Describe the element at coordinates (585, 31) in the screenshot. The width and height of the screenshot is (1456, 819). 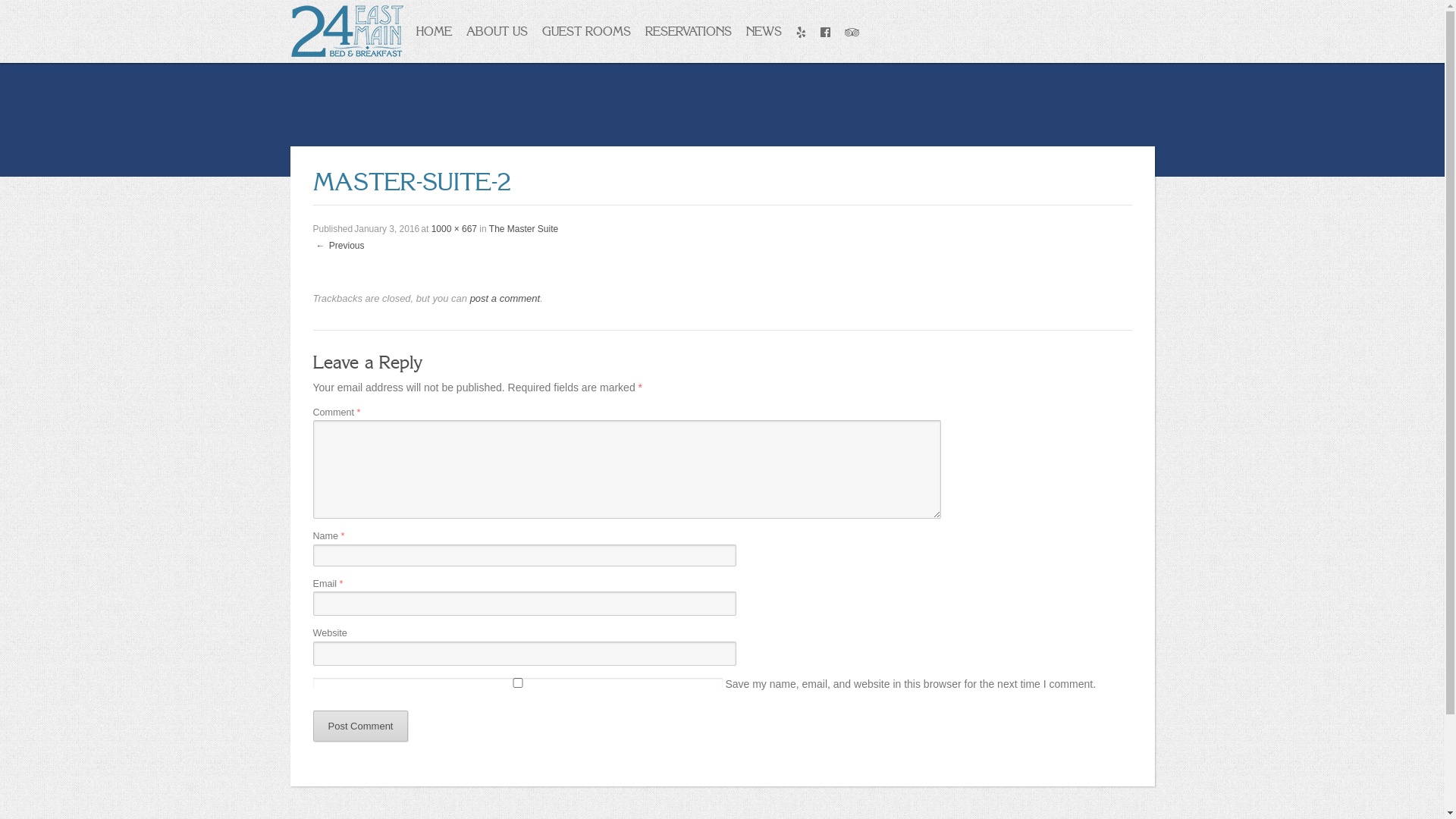
I see `'GUEST ROOMS'` at that location.